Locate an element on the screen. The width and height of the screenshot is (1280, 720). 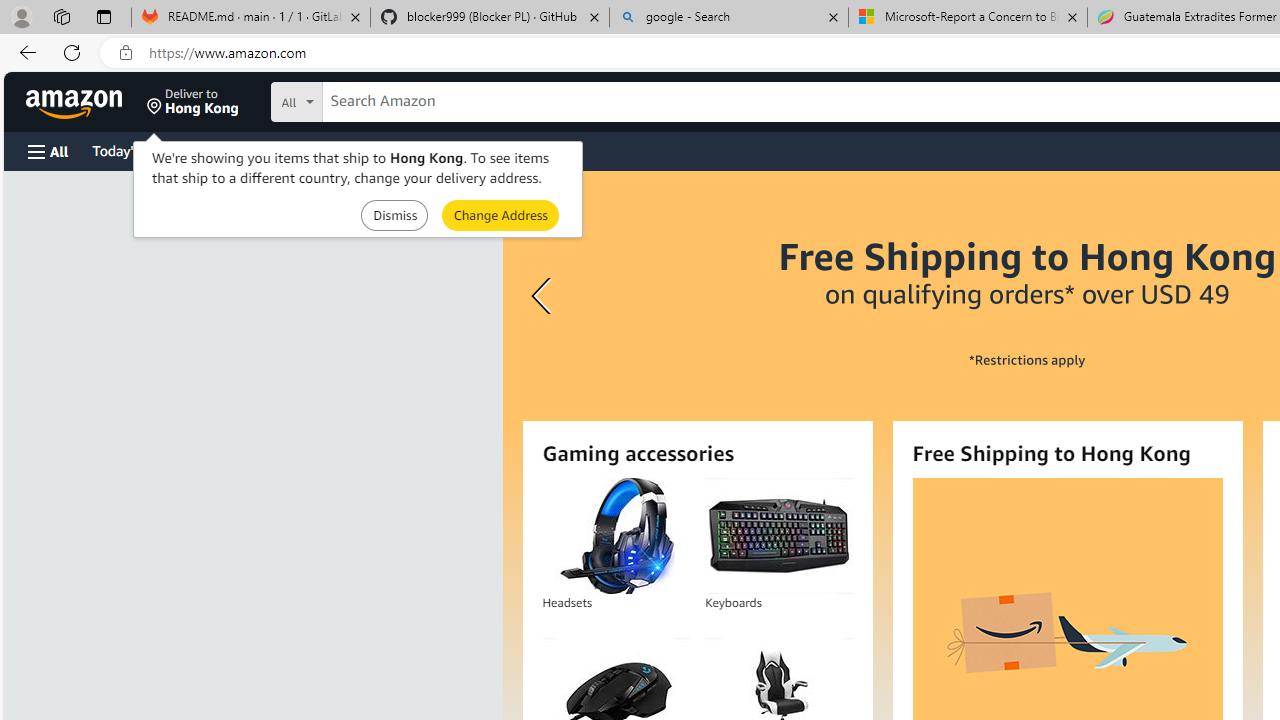
'Search in' is located at coordinates (371, 99).